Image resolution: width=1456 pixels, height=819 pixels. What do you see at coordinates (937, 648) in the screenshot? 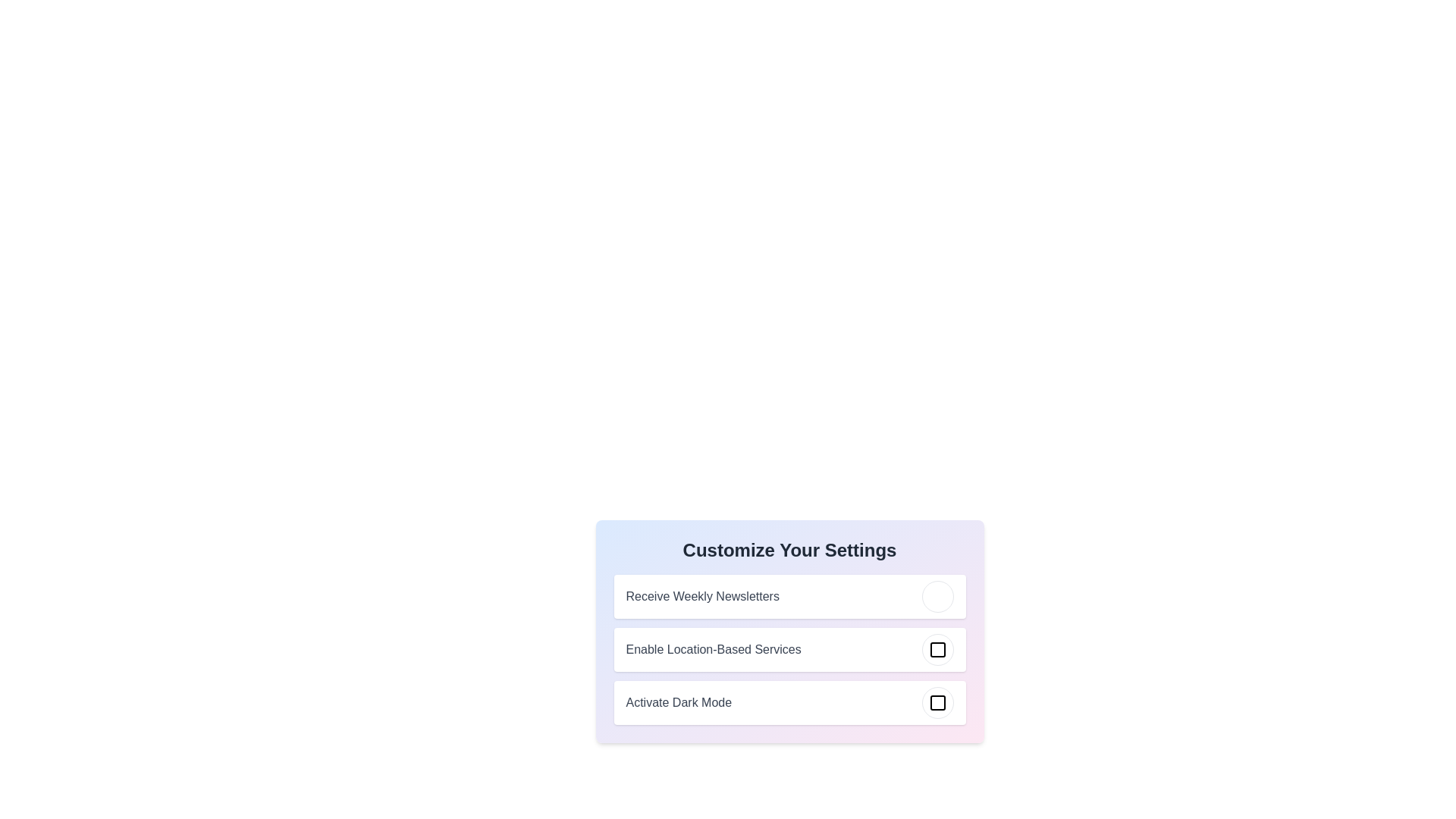
I see `the Checkbox element styled in a minimalist fashion, located in the right part of the middle option row in a settings selection dialog, aligned with the text 'Enable Location-Based Services' to its left` at bounding box center [937, 648].